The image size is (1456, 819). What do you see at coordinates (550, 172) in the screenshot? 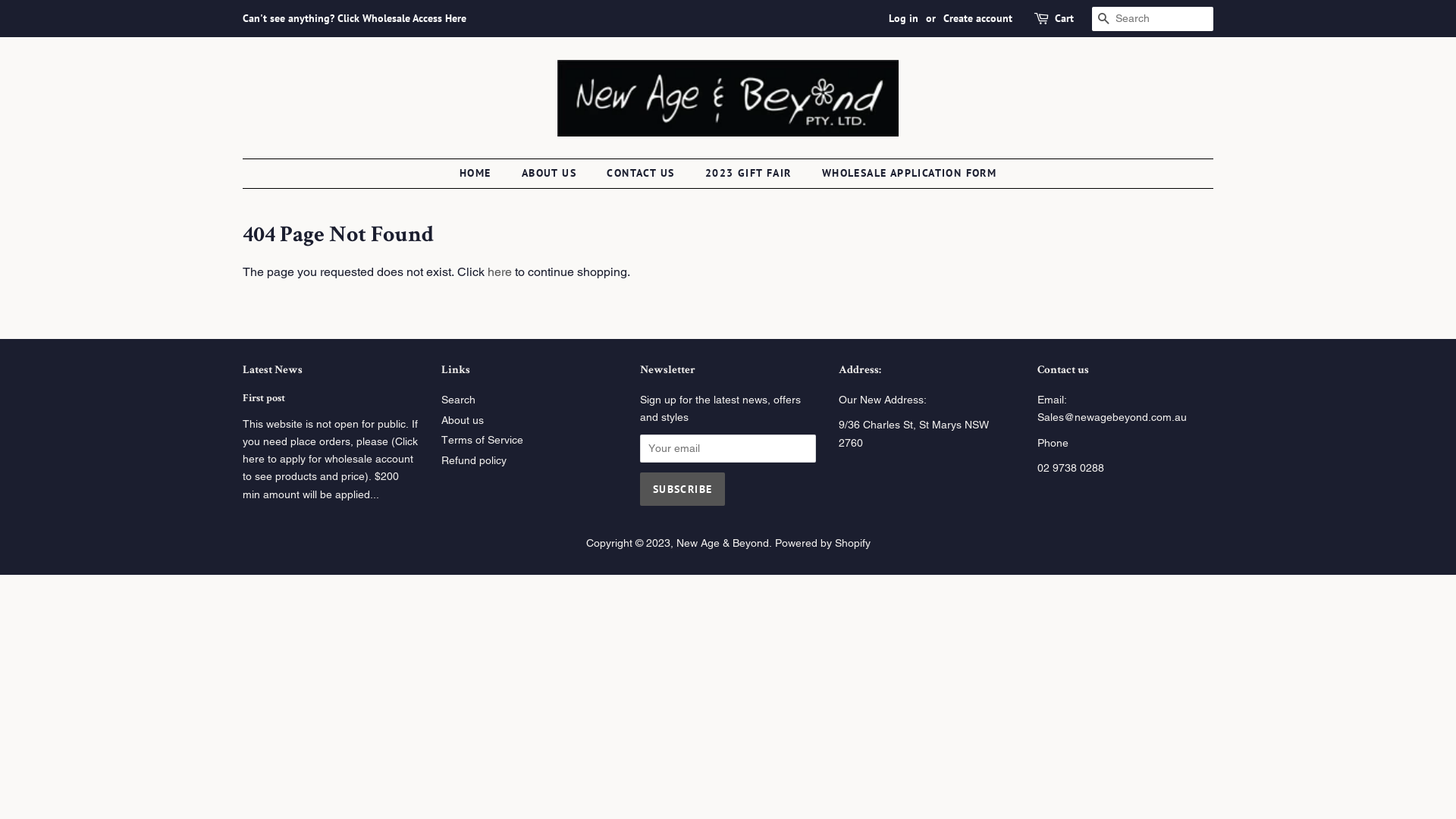
I see `'ABOUT US'` at bounding box center [550, 172].